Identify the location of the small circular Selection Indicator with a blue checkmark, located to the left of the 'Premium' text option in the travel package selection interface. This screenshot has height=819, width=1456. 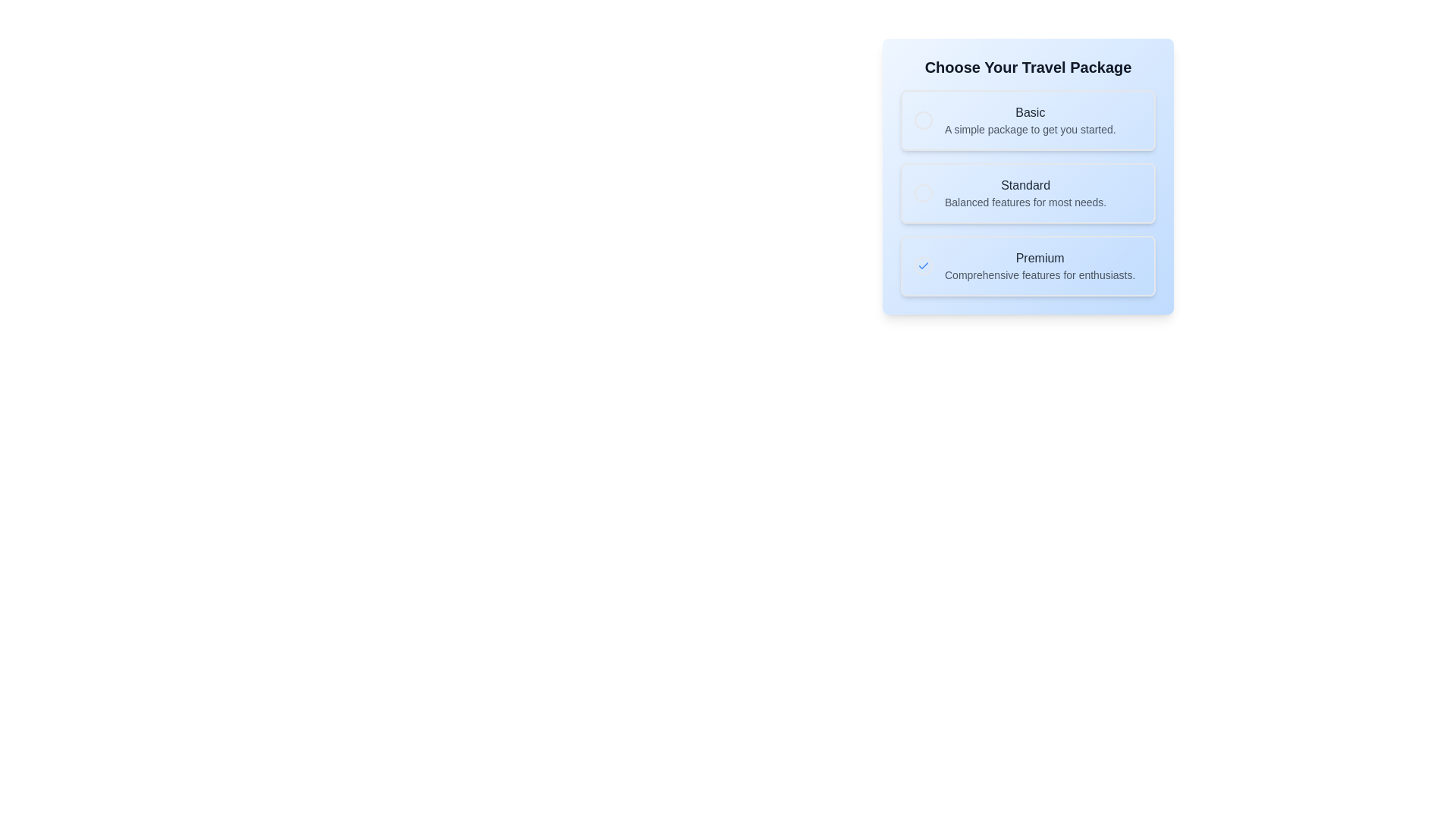
(923, 265).